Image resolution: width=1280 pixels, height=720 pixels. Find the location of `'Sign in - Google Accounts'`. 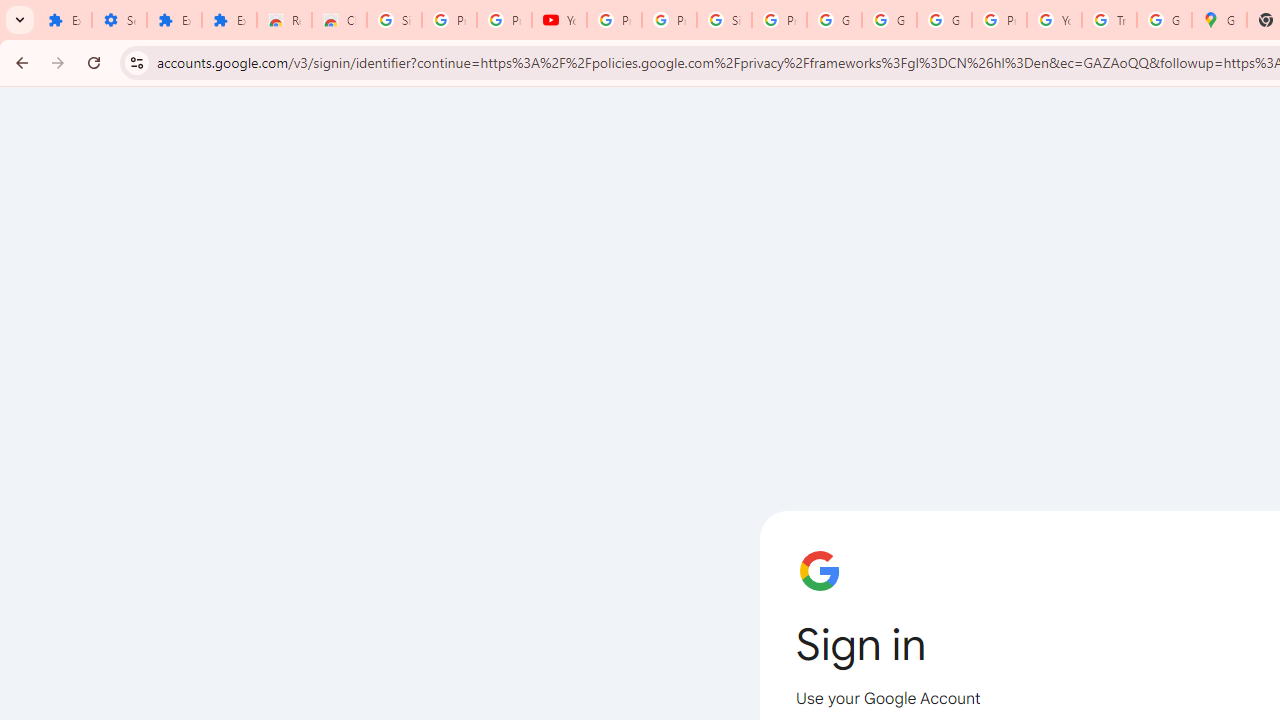

'Sign in - Google Accounts' is located at coordinates (724, 20).